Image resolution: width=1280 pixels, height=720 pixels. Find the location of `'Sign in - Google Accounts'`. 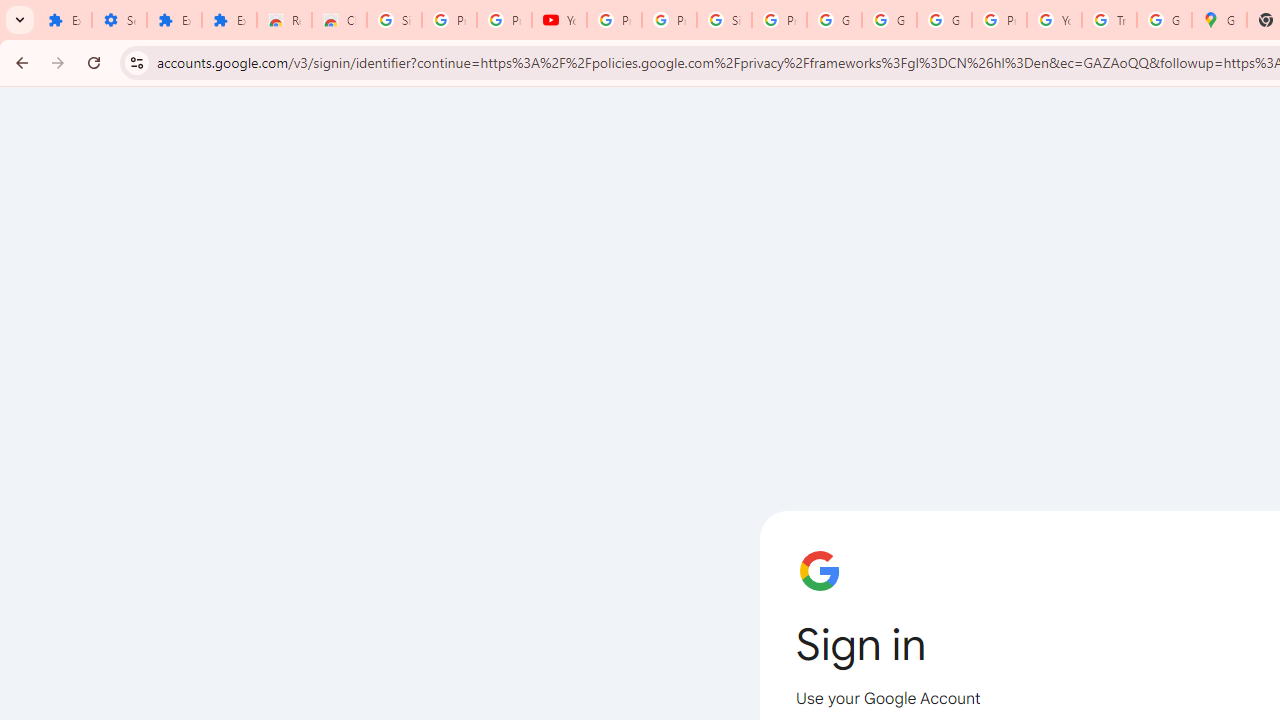

'Sign in - Google Accounts' is located at coordinates (724, 20).